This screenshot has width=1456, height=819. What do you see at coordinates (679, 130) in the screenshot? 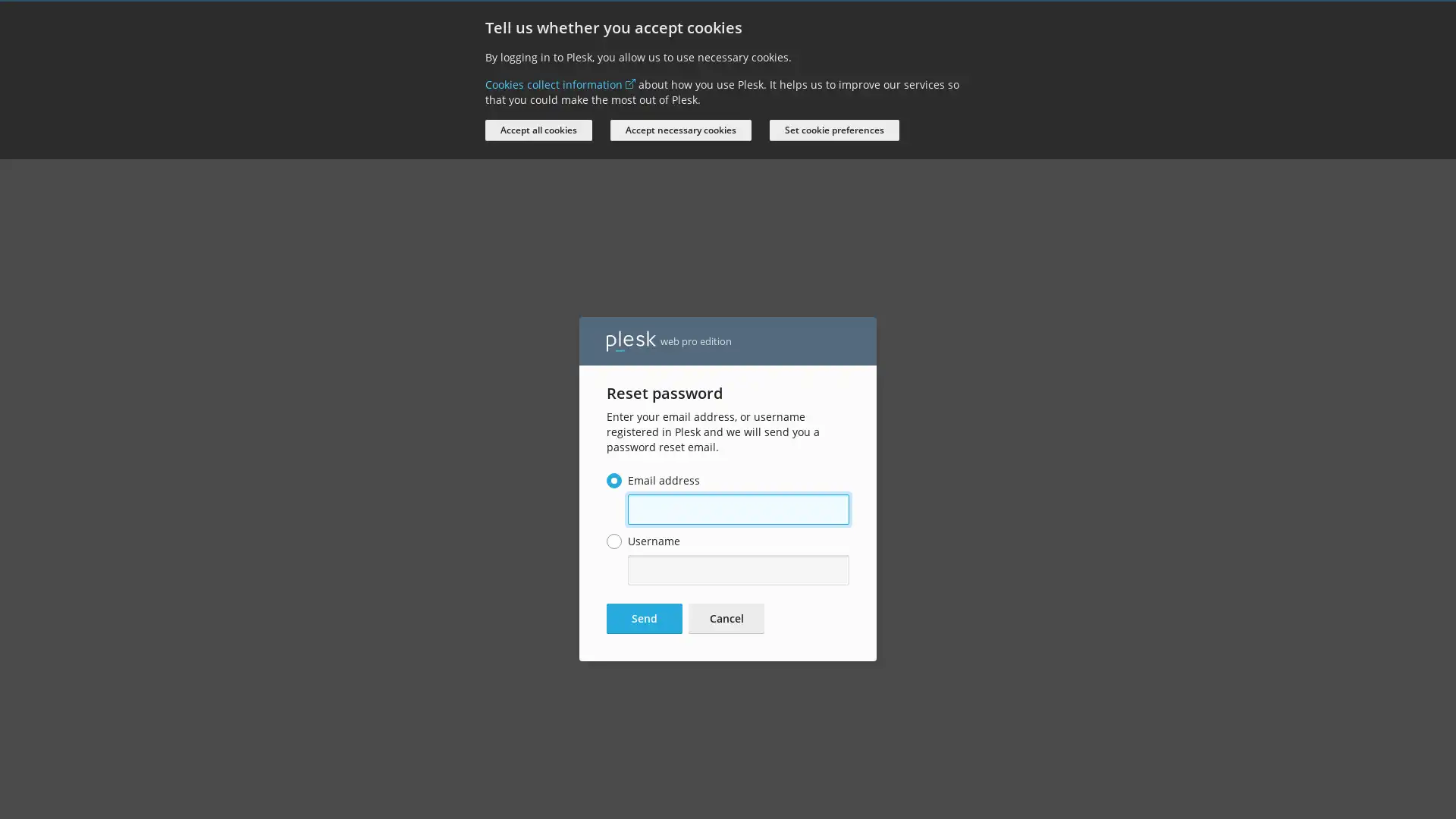
I see `Accept necessary cookies` at bounding box center [679, 130].